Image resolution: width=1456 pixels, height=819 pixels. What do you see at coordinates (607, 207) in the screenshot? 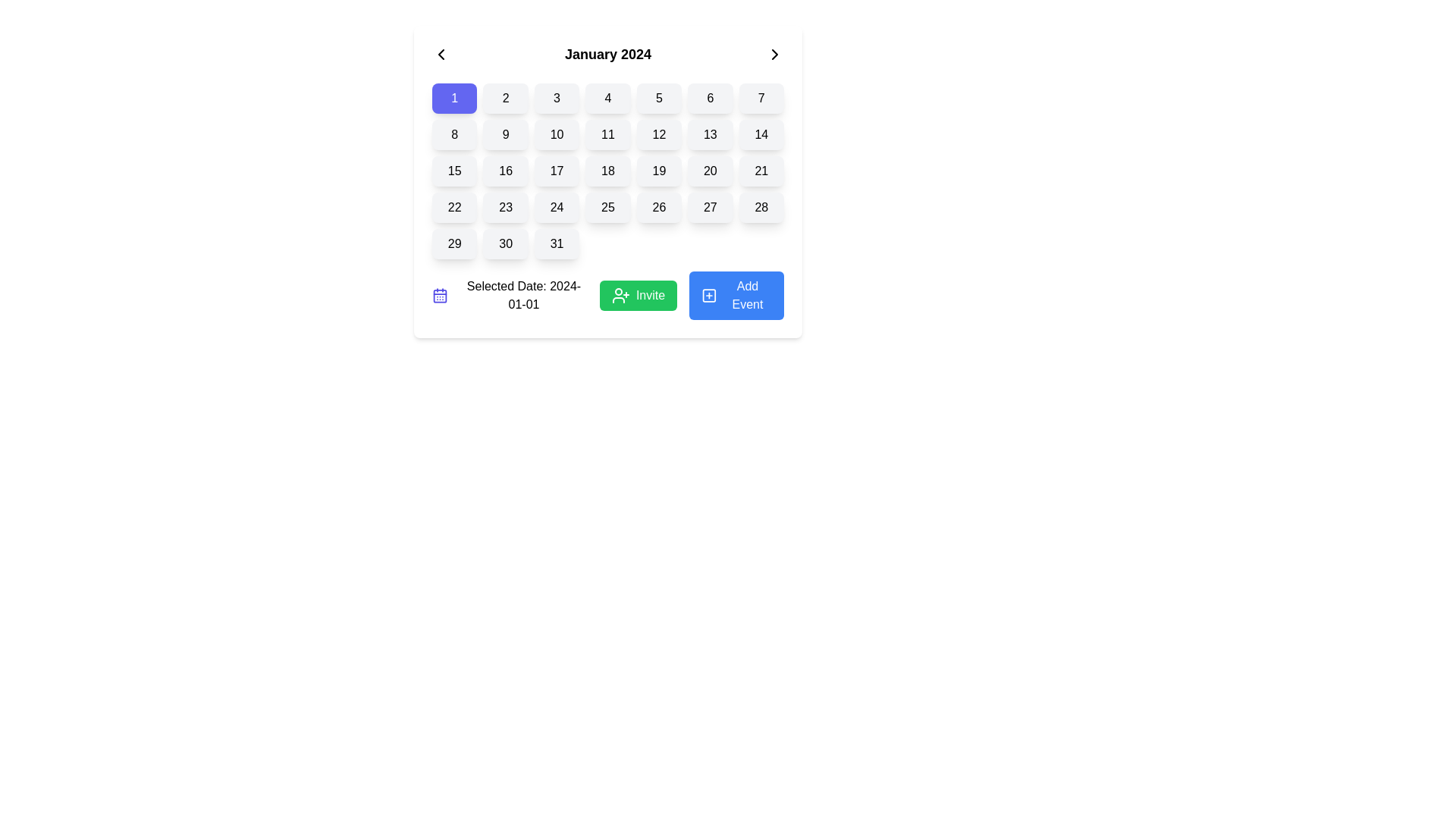
I see `the selectable day button representing the 25th day in the calendar grid layout, located in the fourth row and fourth column` at bounding box center [607, 207].